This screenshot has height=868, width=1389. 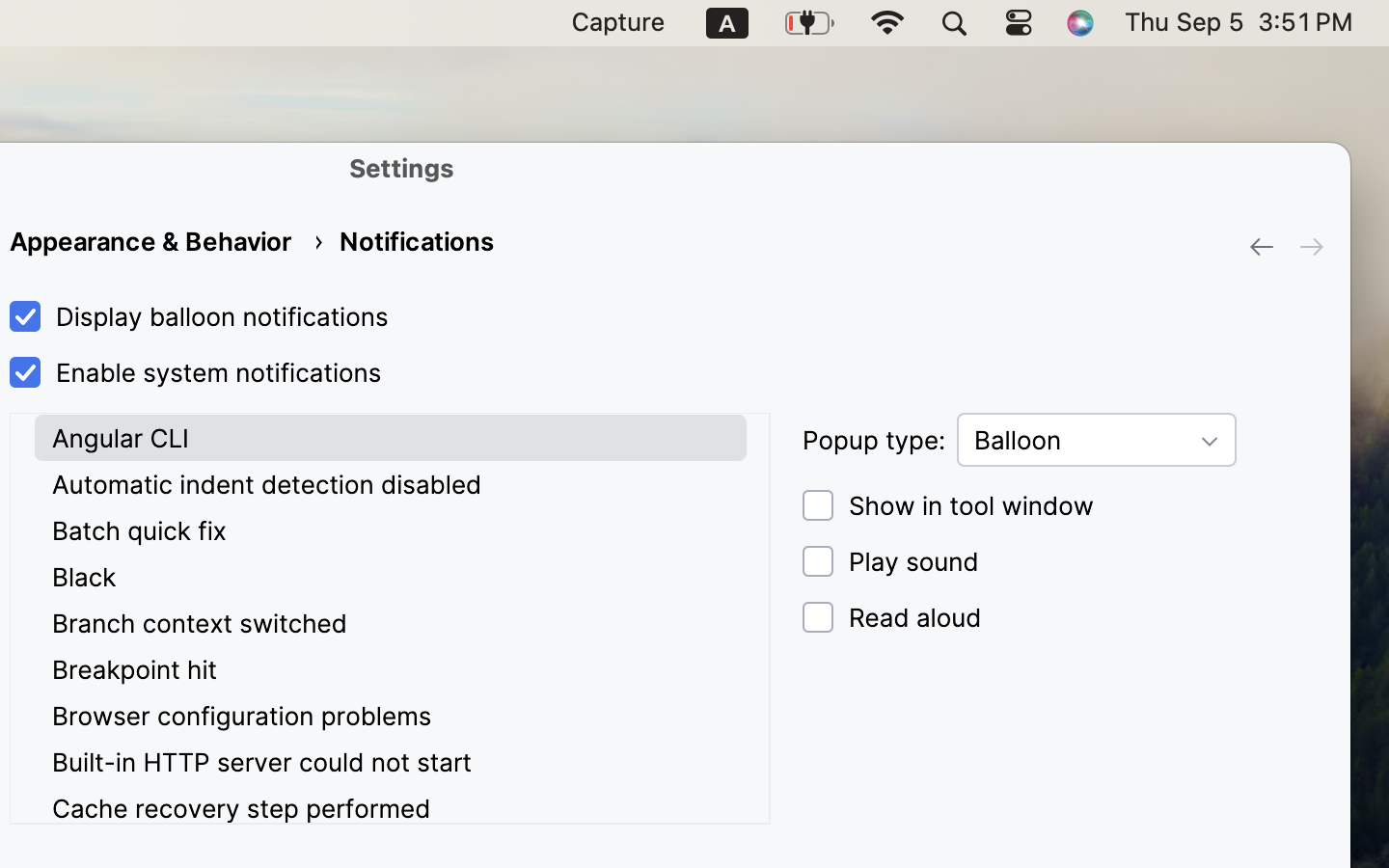 I want to click on 'Popup type:', so click(x=874, y=440).